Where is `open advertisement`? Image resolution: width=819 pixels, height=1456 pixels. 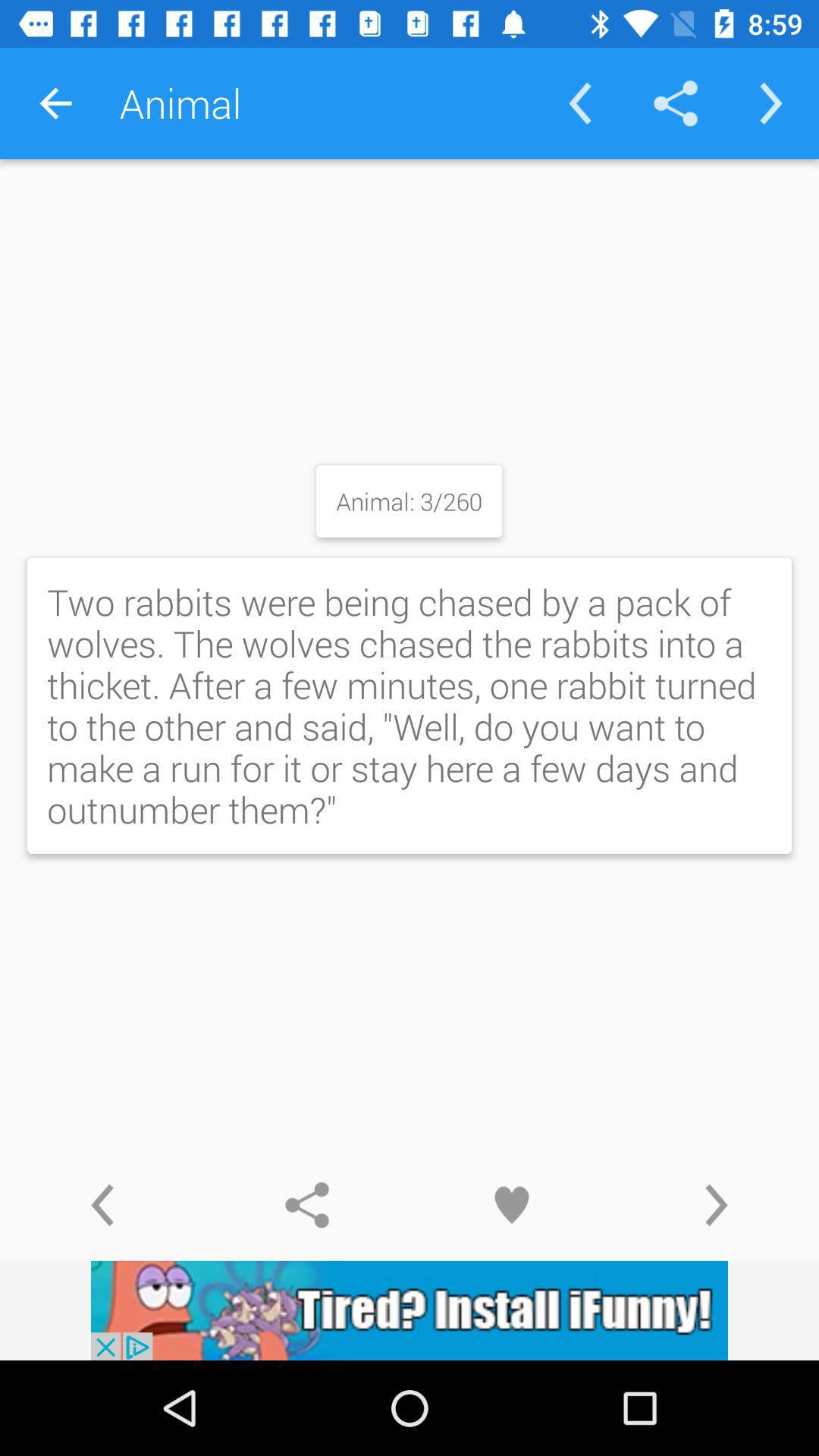 open advertisement is located at coordinates (409, 1310).